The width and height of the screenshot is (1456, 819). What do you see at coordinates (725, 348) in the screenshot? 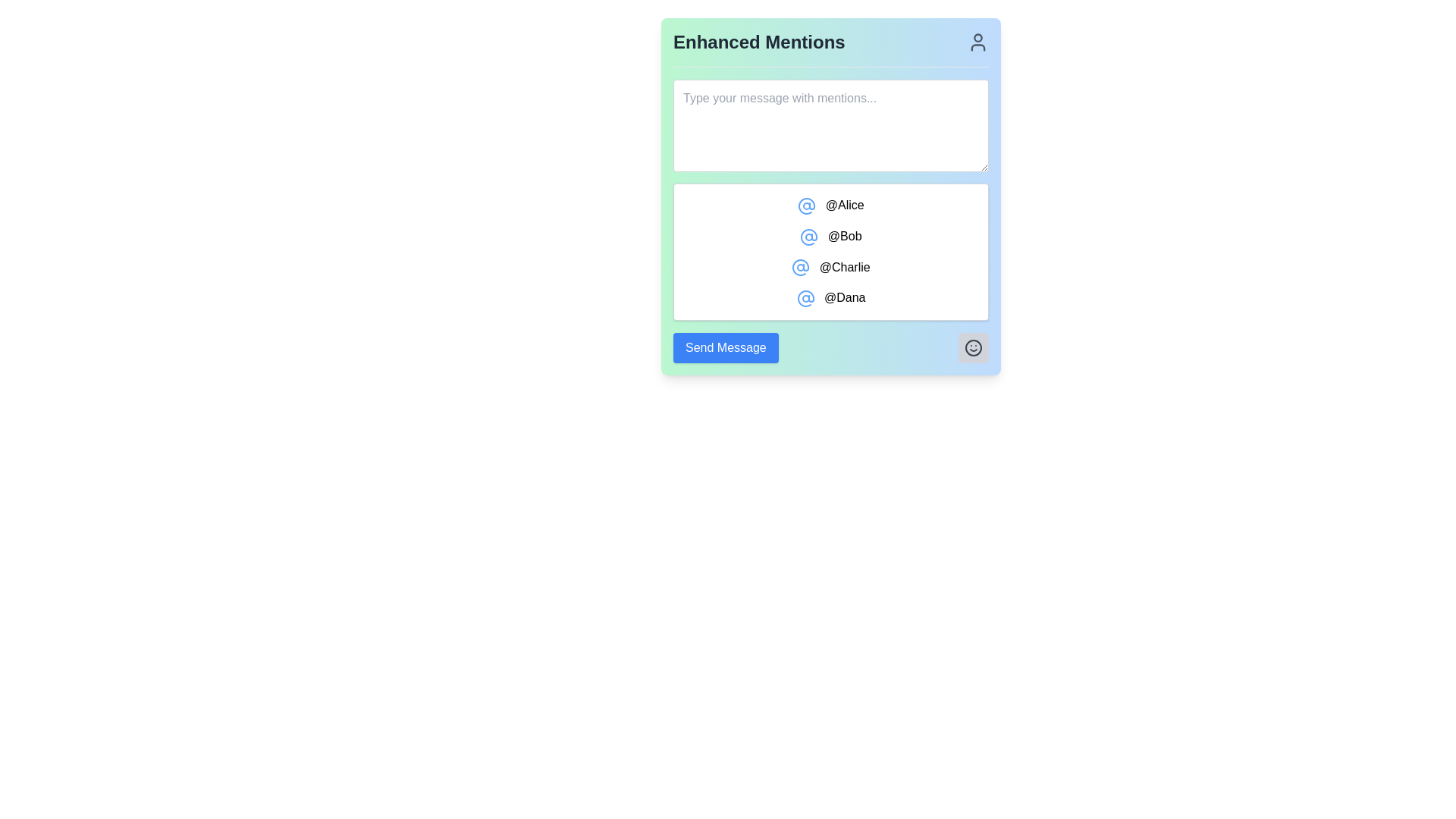
I see `the rectangular button with a blue background and white text that reads 'Send Message' to observe its hover effects` at bounding box center [725, 348].